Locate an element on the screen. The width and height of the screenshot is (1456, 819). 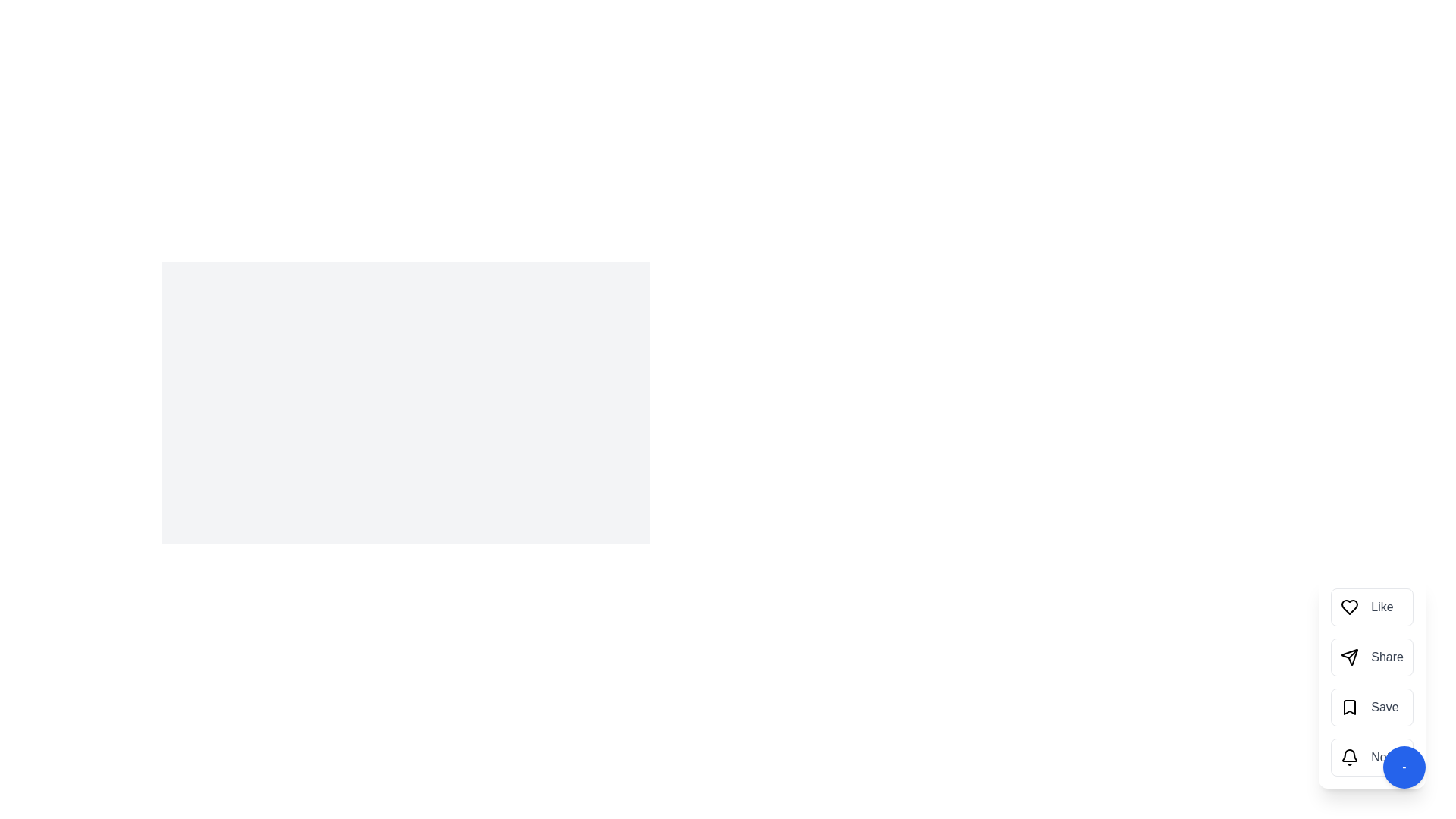
the 'Save' text label, which is styled with a medium weight font and gray color, located in the vertically-aligned menu of options, specifically the third option below 'Share' and above 'Notification' is located at coordinates (1385, 708).